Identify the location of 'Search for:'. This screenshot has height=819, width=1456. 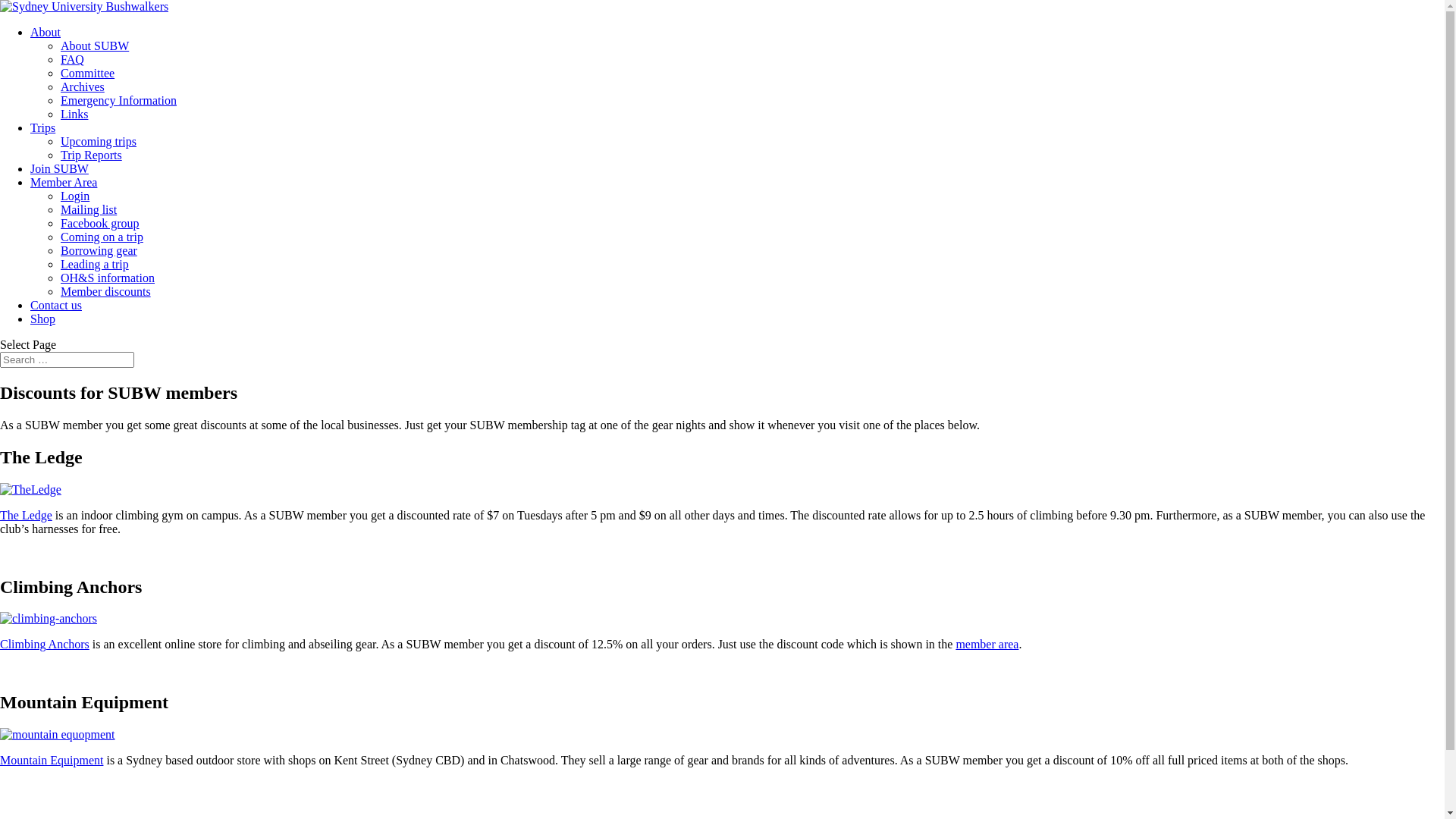
(0, 359).